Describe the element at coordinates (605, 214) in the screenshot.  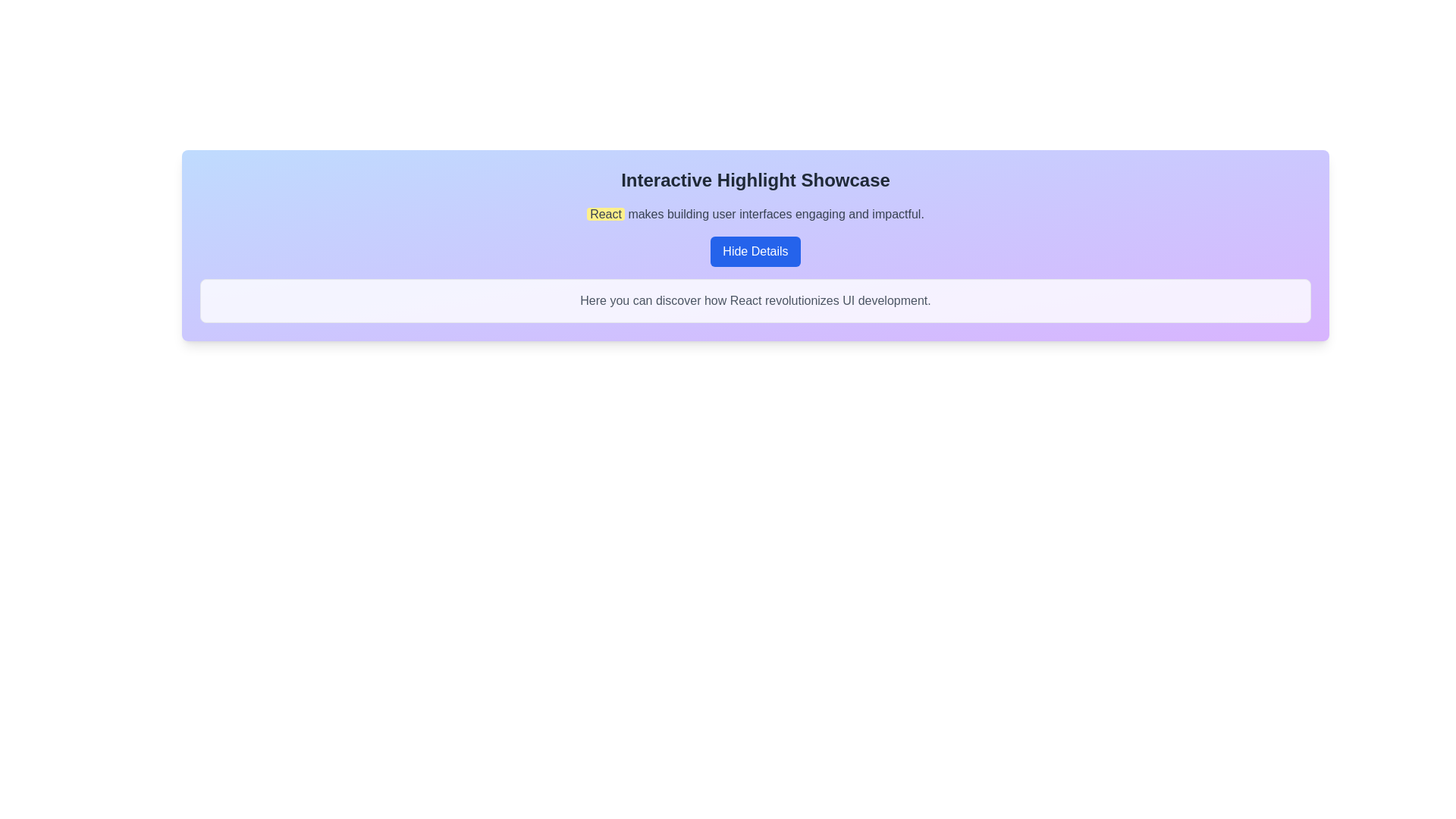
I see `the small rectangular label with a yellow background that contains the text 'React', which is positioned at the beginning of the sentence 'React makes building user interfaces engaging and impactful.'` at that location.